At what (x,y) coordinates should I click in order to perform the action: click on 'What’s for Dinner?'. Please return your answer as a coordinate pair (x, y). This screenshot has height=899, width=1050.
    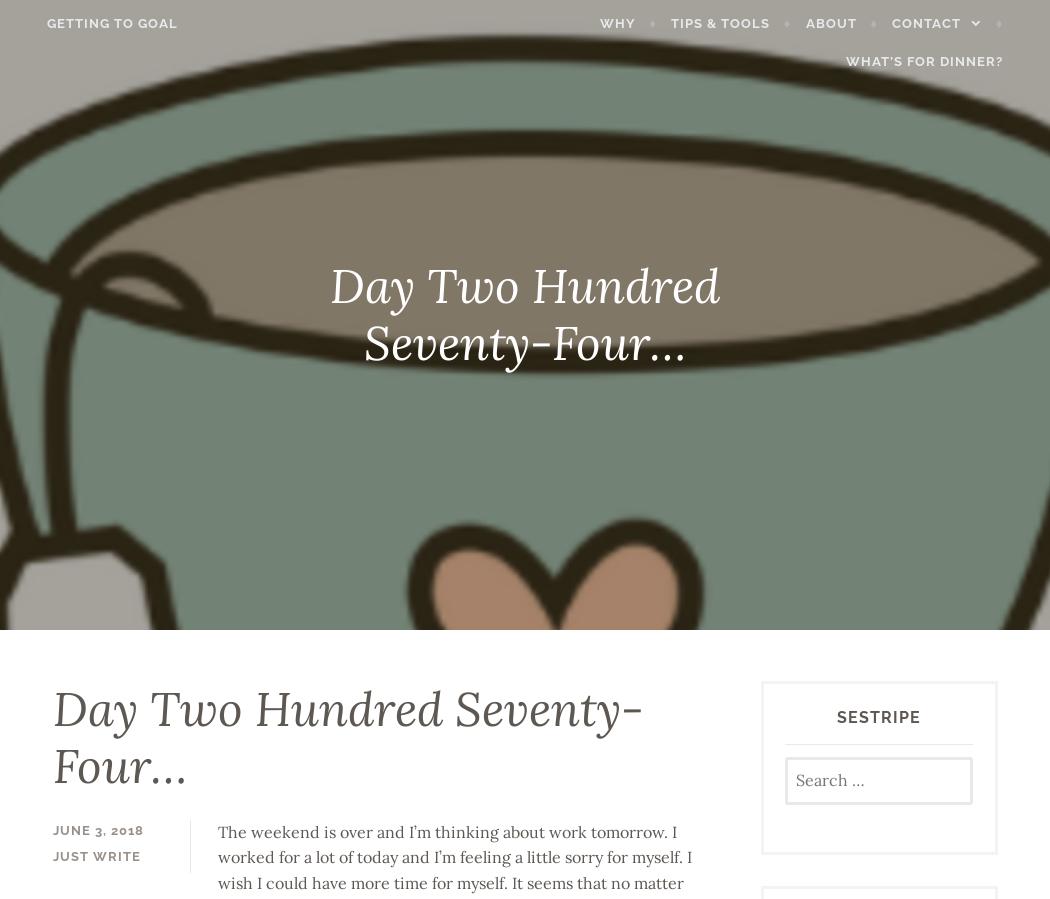
    Looking at the image, I should click on (944, 60).